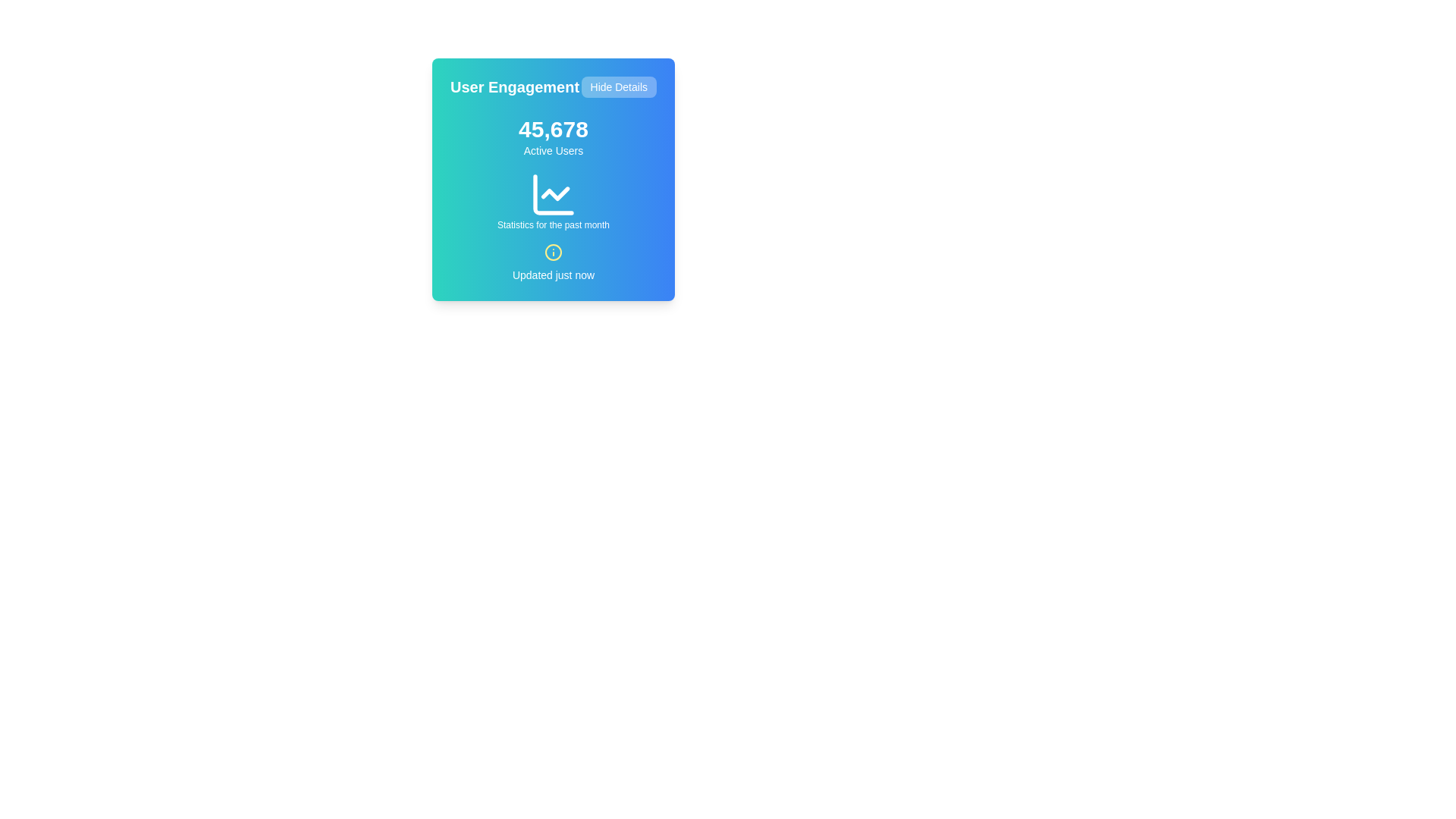 This screenshot has height=819, width=1456. I want to click on the chart line icon located within the 'Statistics for the past month' panel, which is under the 'User Engagement' header, so click(552, 194).